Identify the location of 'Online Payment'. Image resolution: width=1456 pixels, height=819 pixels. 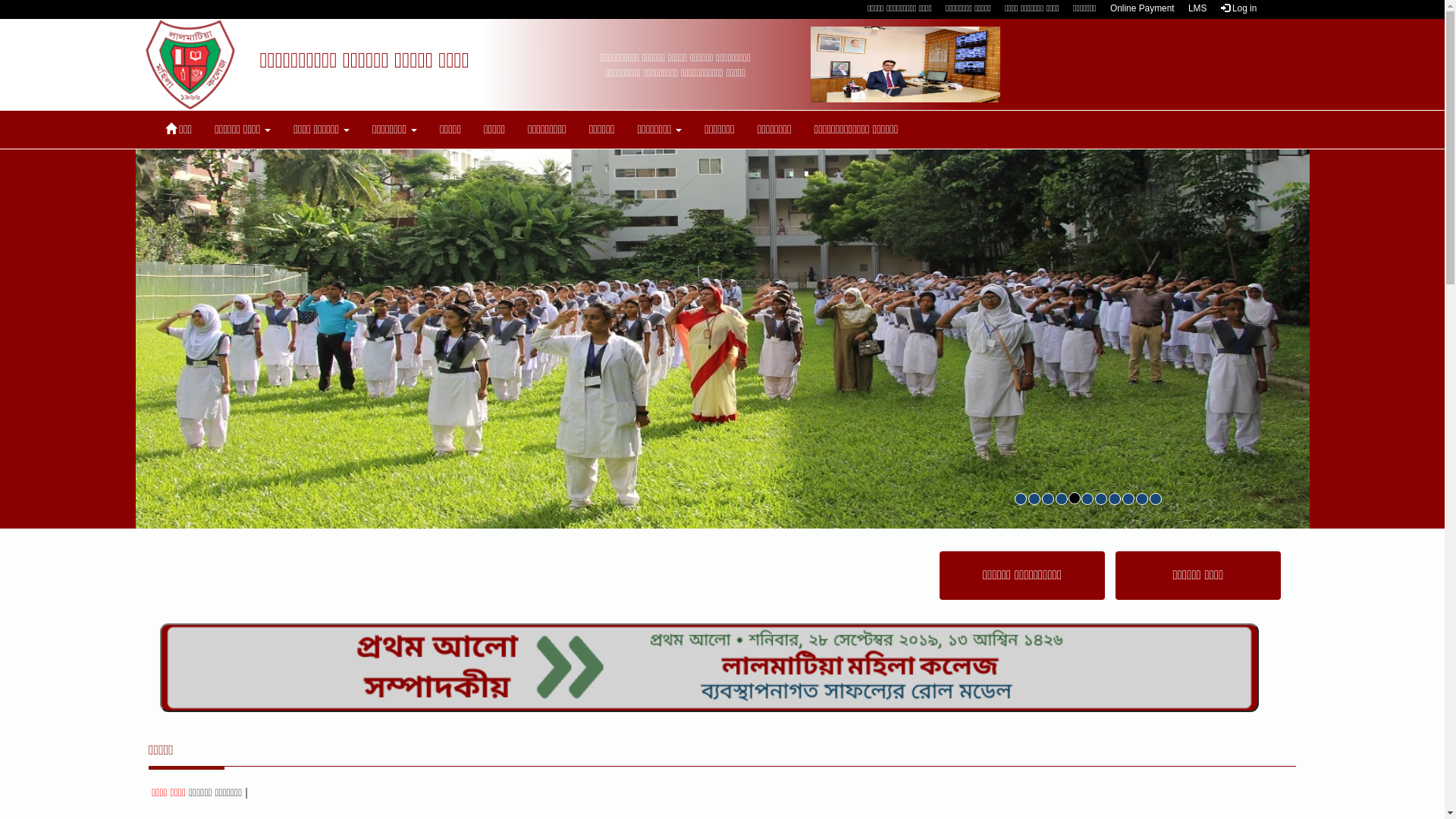
(1142, 8).